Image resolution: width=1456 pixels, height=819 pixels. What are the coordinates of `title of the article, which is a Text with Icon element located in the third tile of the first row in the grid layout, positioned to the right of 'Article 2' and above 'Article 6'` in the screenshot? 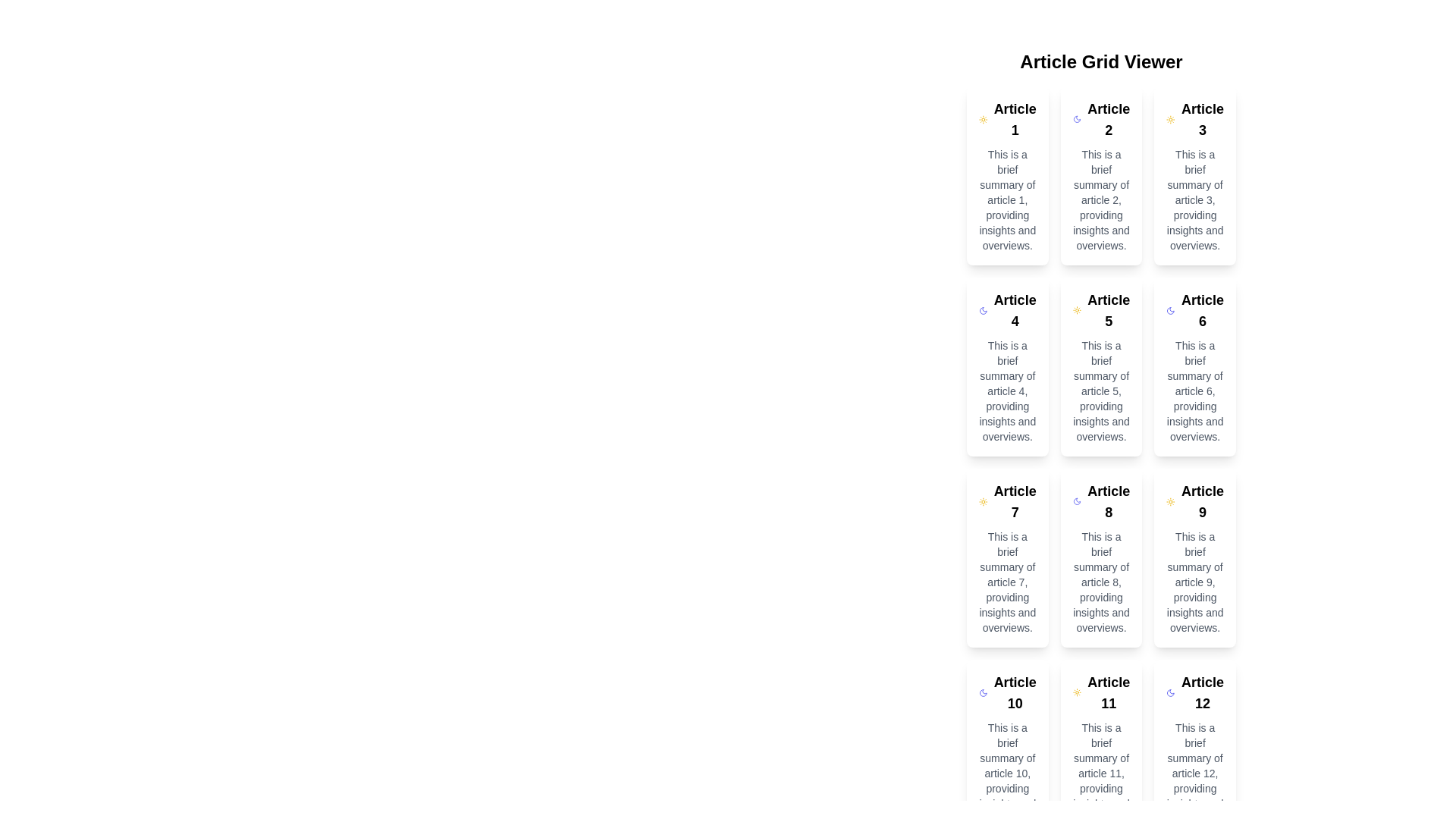 It's located at (1194, 119).